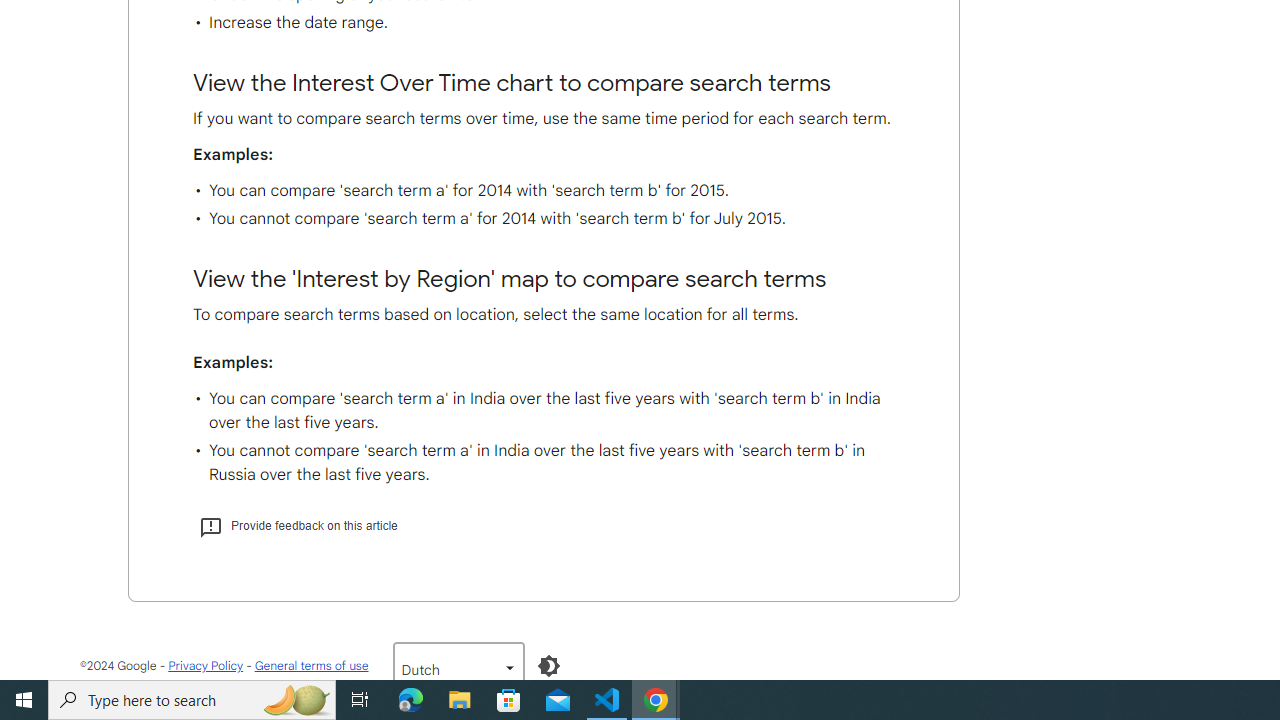 This screenshot has height=720, width=1280. Describe the element at coordinates (297, 524) in the screenshot. I see `'Provide feedback on this article'` at that location.